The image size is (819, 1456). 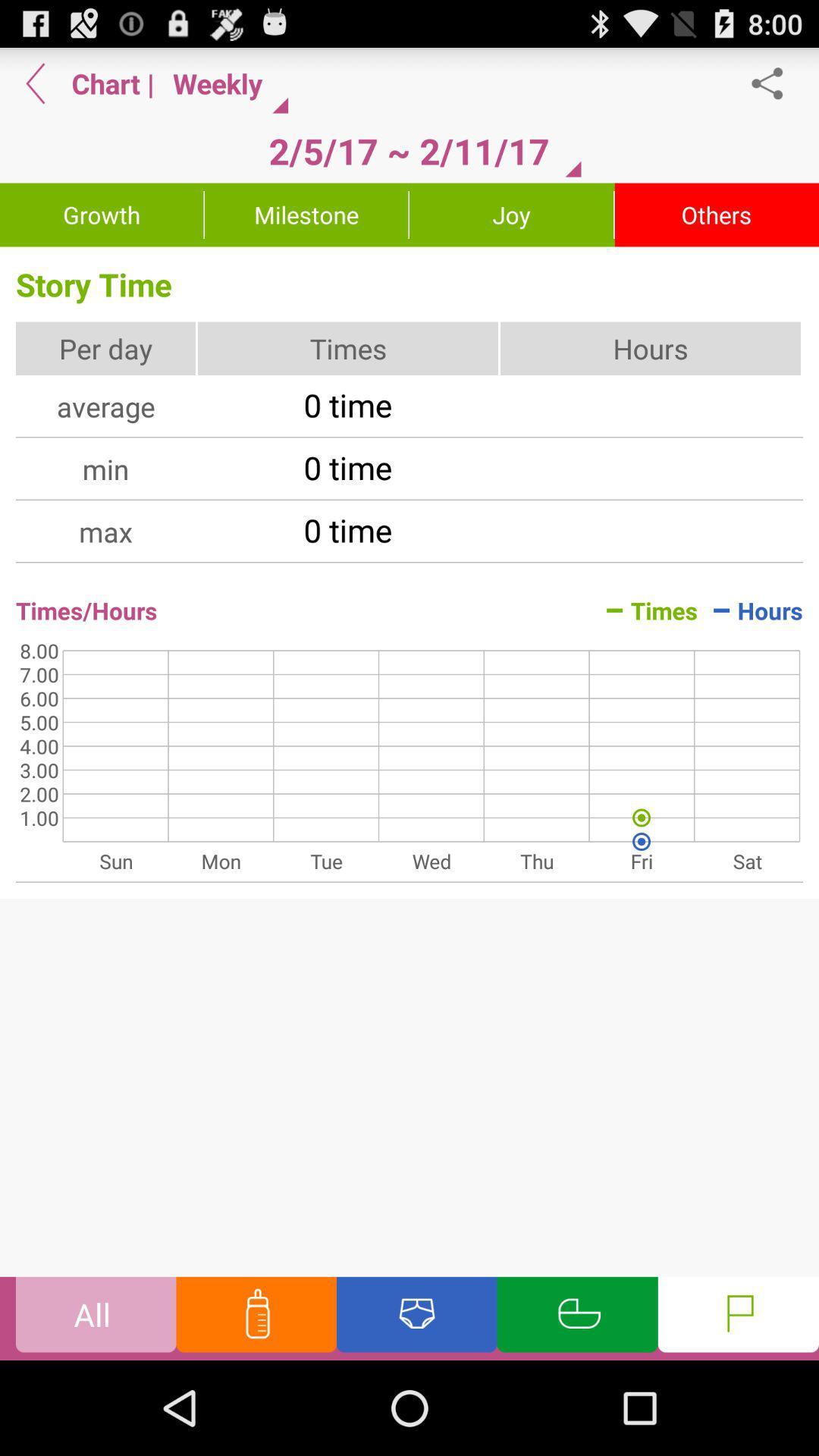 What do you see at coordinates (737, 1317) in the screenshot?
I see `flag info` at bounding box center [737, 1317].